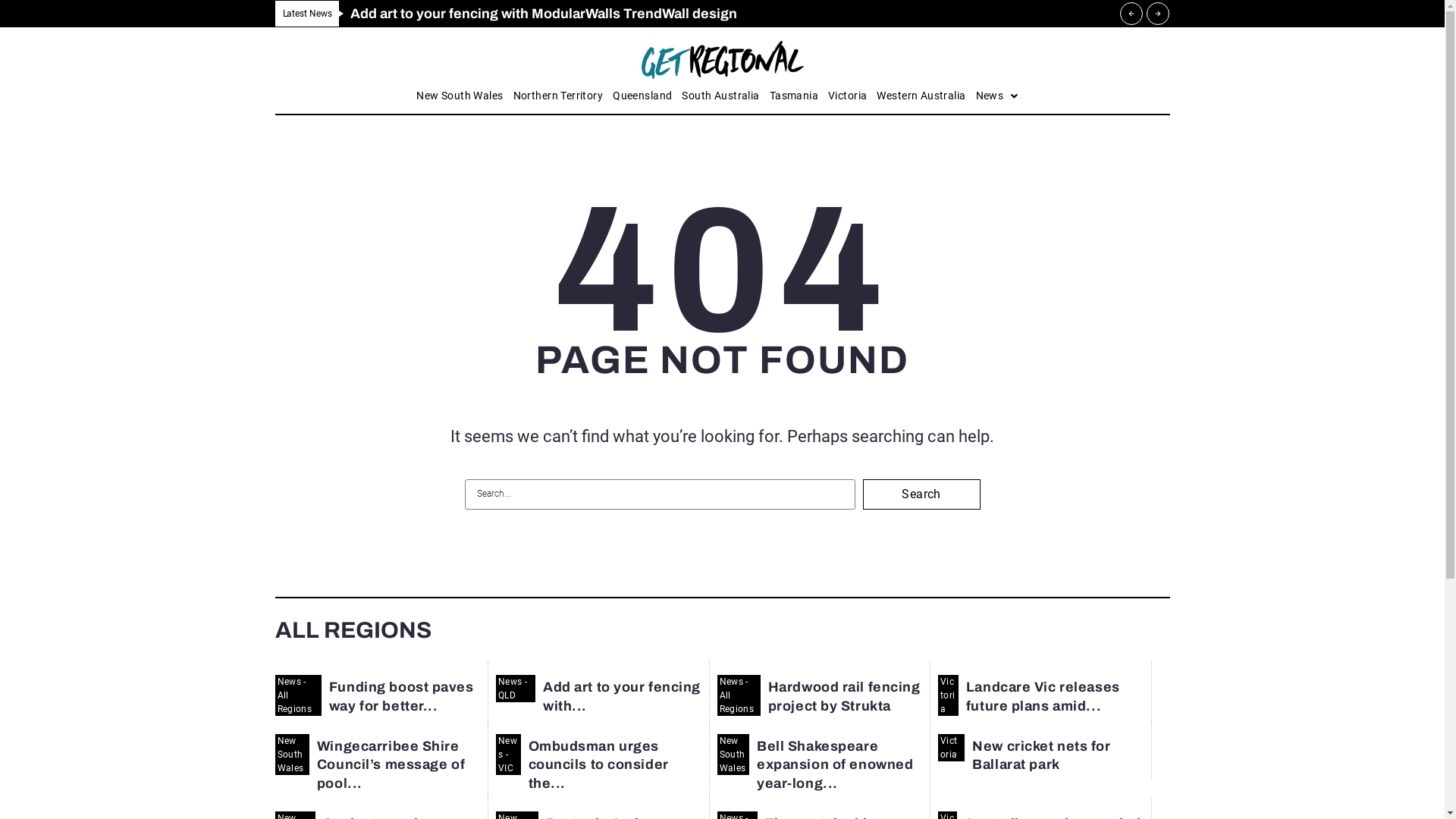 The height and width of the screenshot is (819, 1456). I want to click on 'Northern Territory', so click(557, 96).